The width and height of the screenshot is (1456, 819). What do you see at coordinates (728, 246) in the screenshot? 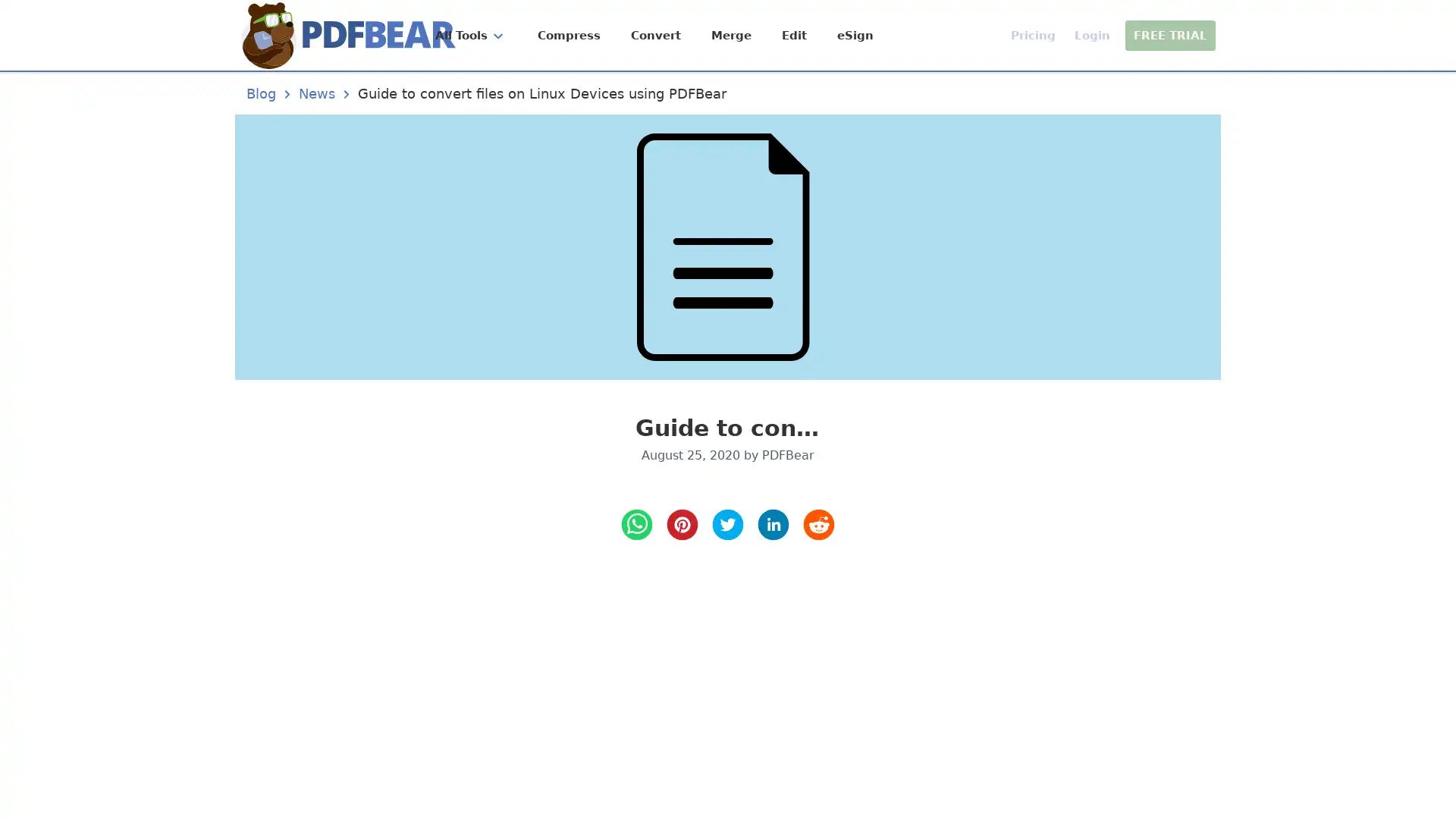
I see `Guide to convert files on Linux Devices using PDFBear` at bounding box center [728, 246].